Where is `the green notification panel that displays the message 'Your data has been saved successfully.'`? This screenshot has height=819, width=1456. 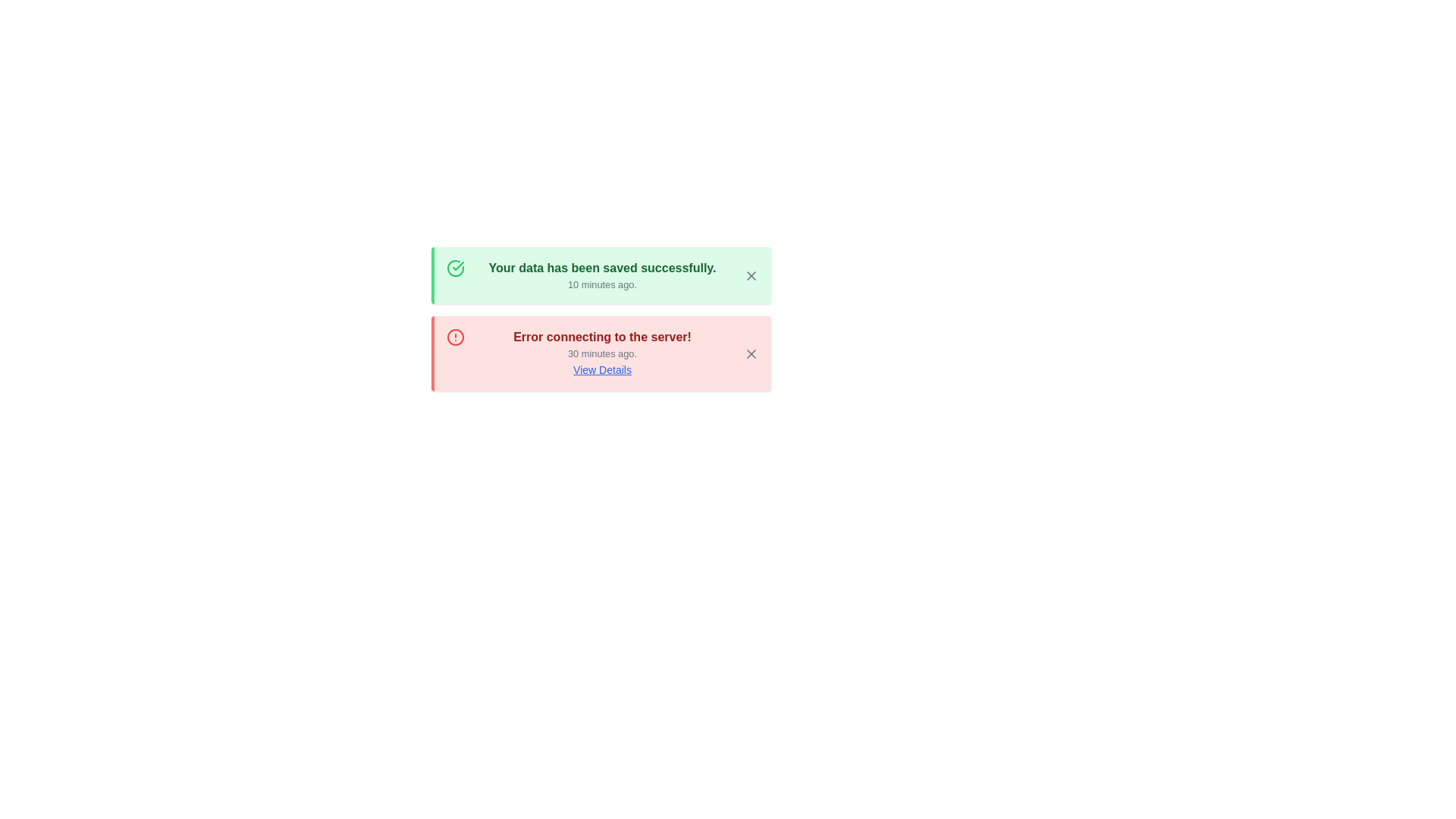
the green notification panel that displays the message 'Your data has been saved successfully.' is located at coordinates (600, 275).